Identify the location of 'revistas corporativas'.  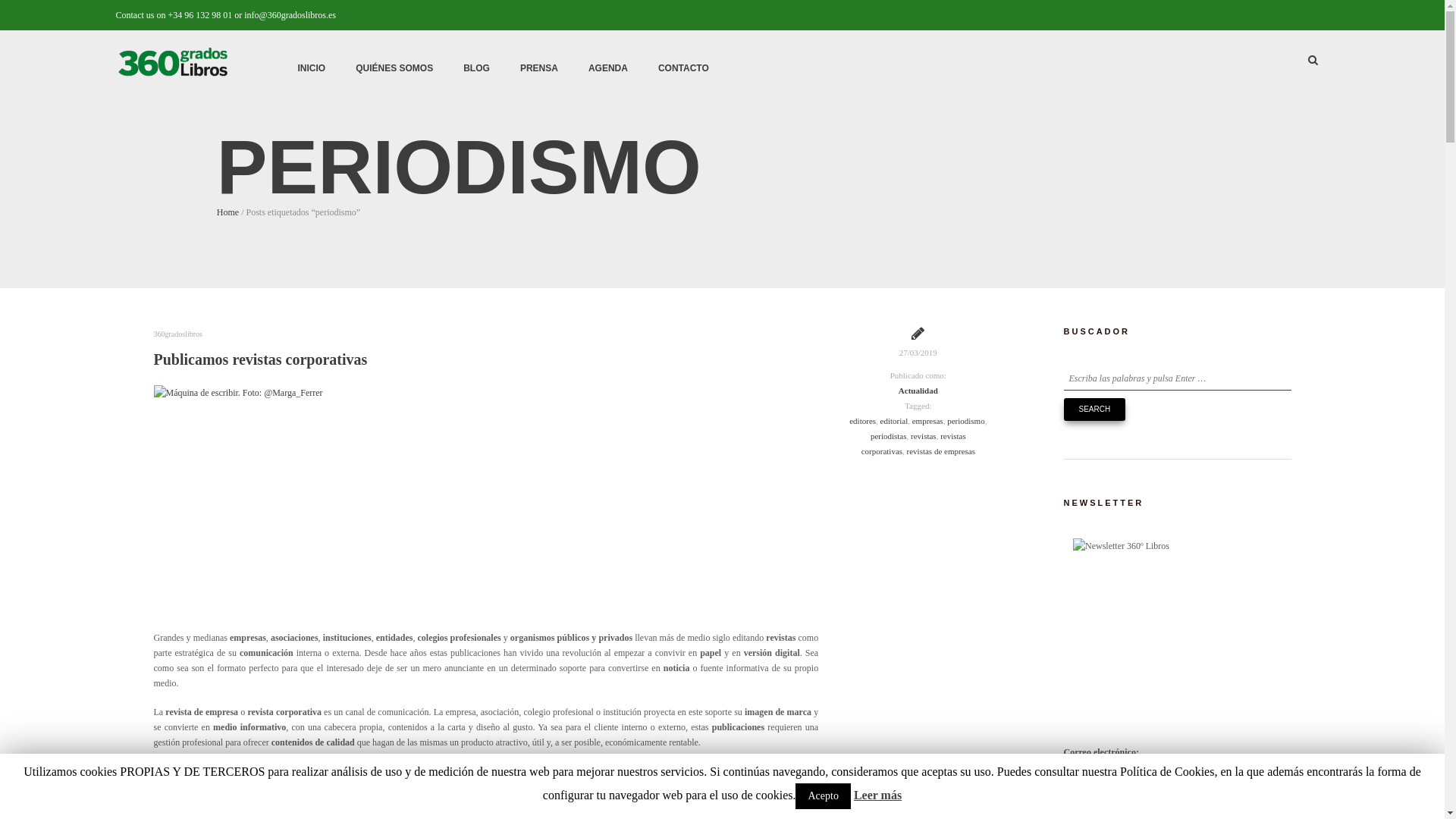
(912, 444).